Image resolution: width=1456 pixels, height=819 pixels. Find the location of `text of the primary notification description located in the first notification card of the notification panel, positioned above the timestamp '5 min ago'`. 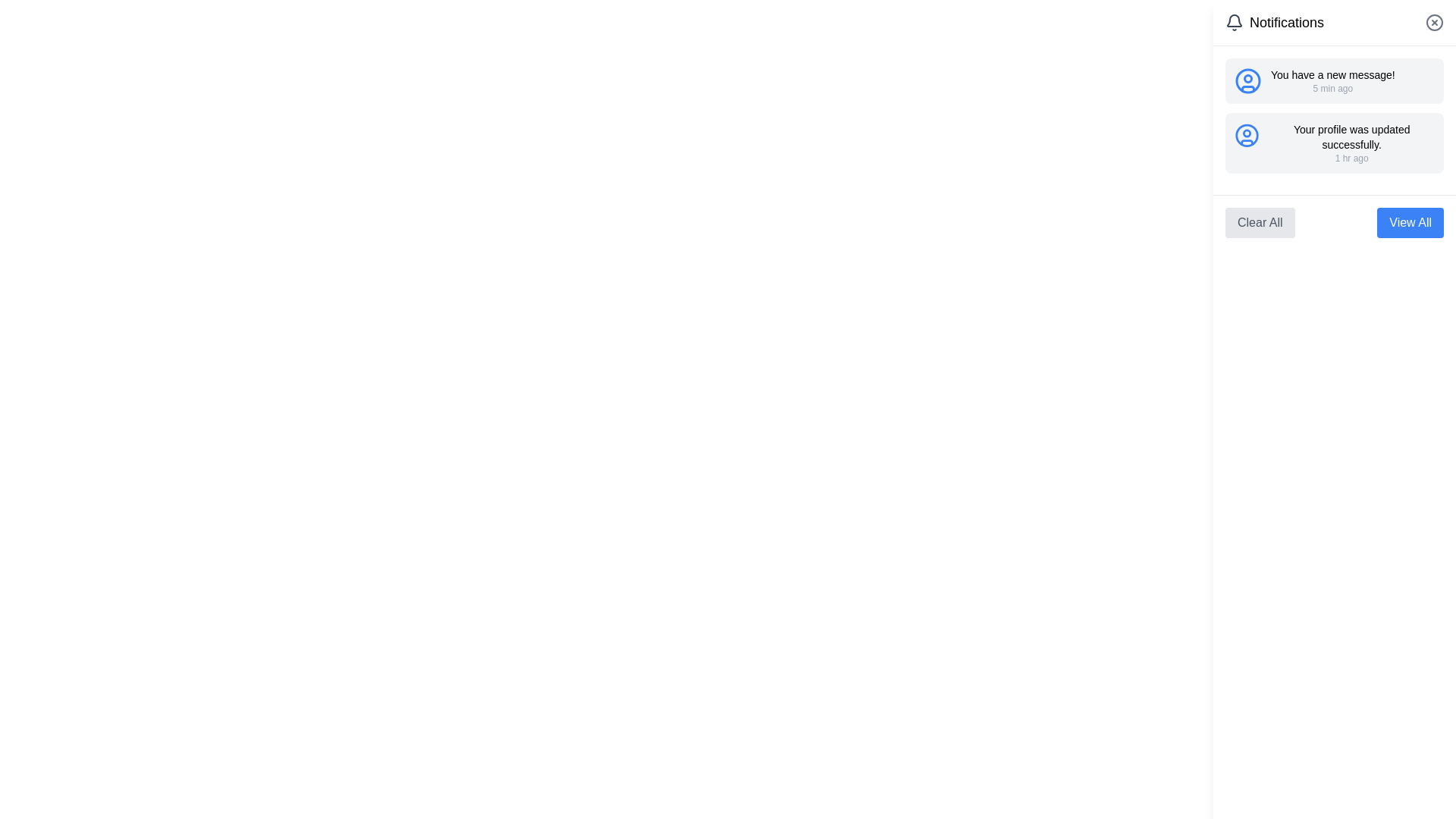

text of the primary notification description located in the first notification card of the notification panel, positioned above the timestamp '5 min ago' is located at coordinates (1332, 75).